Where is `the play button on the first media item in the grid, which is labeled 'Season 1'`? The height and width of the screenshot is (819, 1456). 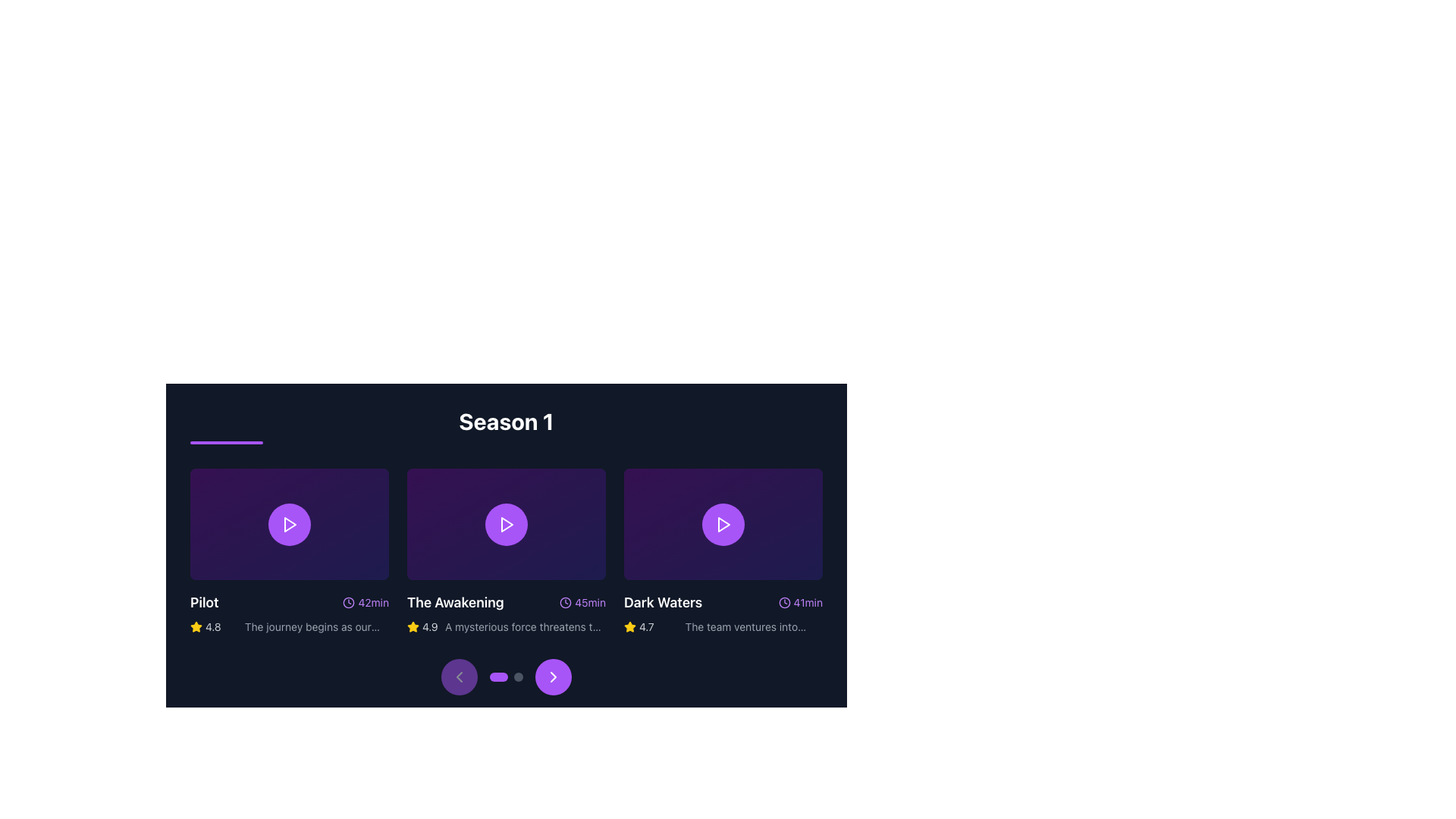 the play button on the first media item in the grid, which is labeled 'Season 1' is located at coordinates (290, 551).